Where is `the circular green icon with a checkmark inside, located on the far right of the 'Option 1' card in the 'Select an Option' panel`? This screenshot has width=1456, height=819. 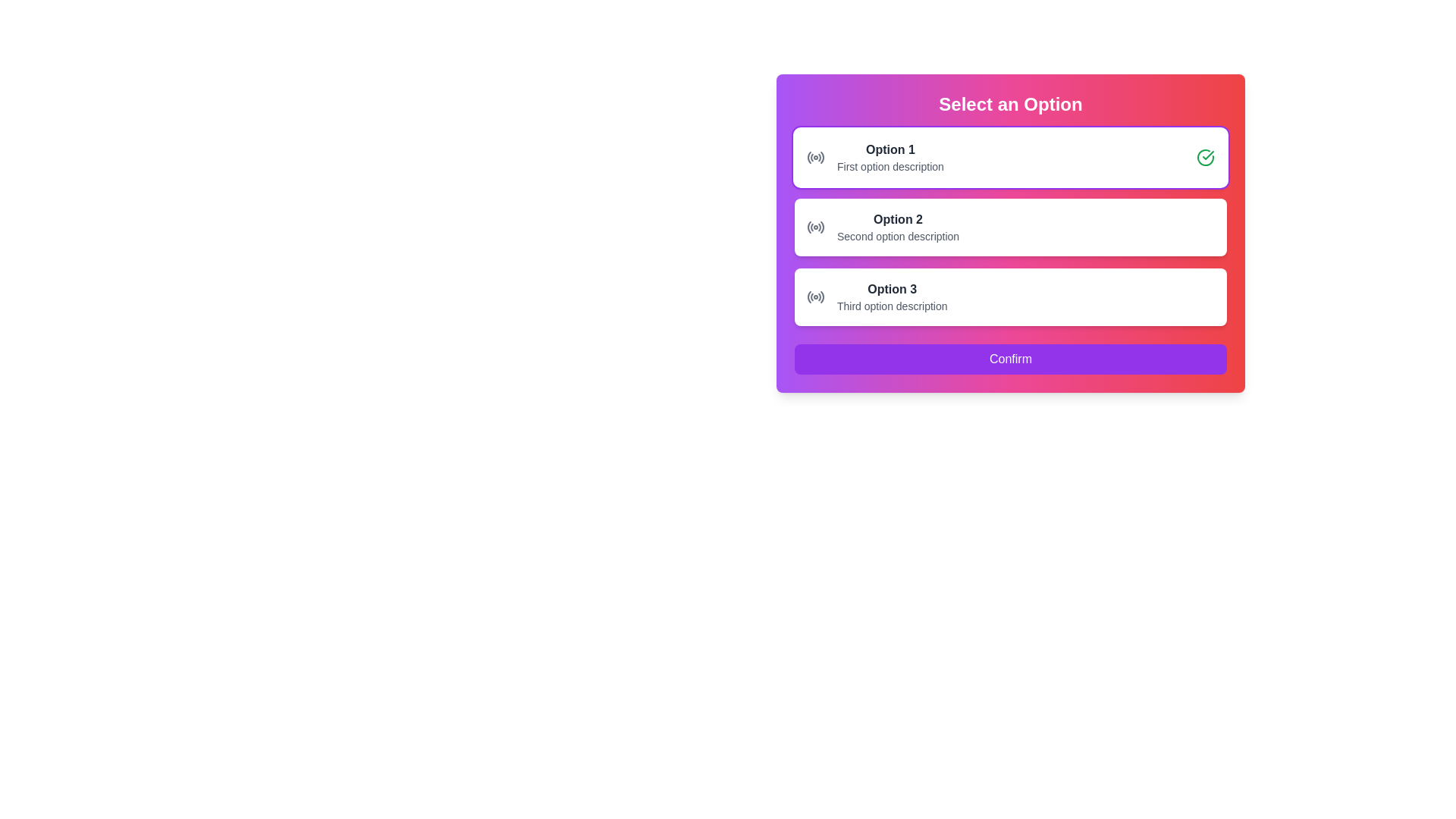 the circular green icon with a checkmark inside, located on the far right of the 'Option 1' card in the 'Select an Option' panel is located at coordinates (1204, 158).